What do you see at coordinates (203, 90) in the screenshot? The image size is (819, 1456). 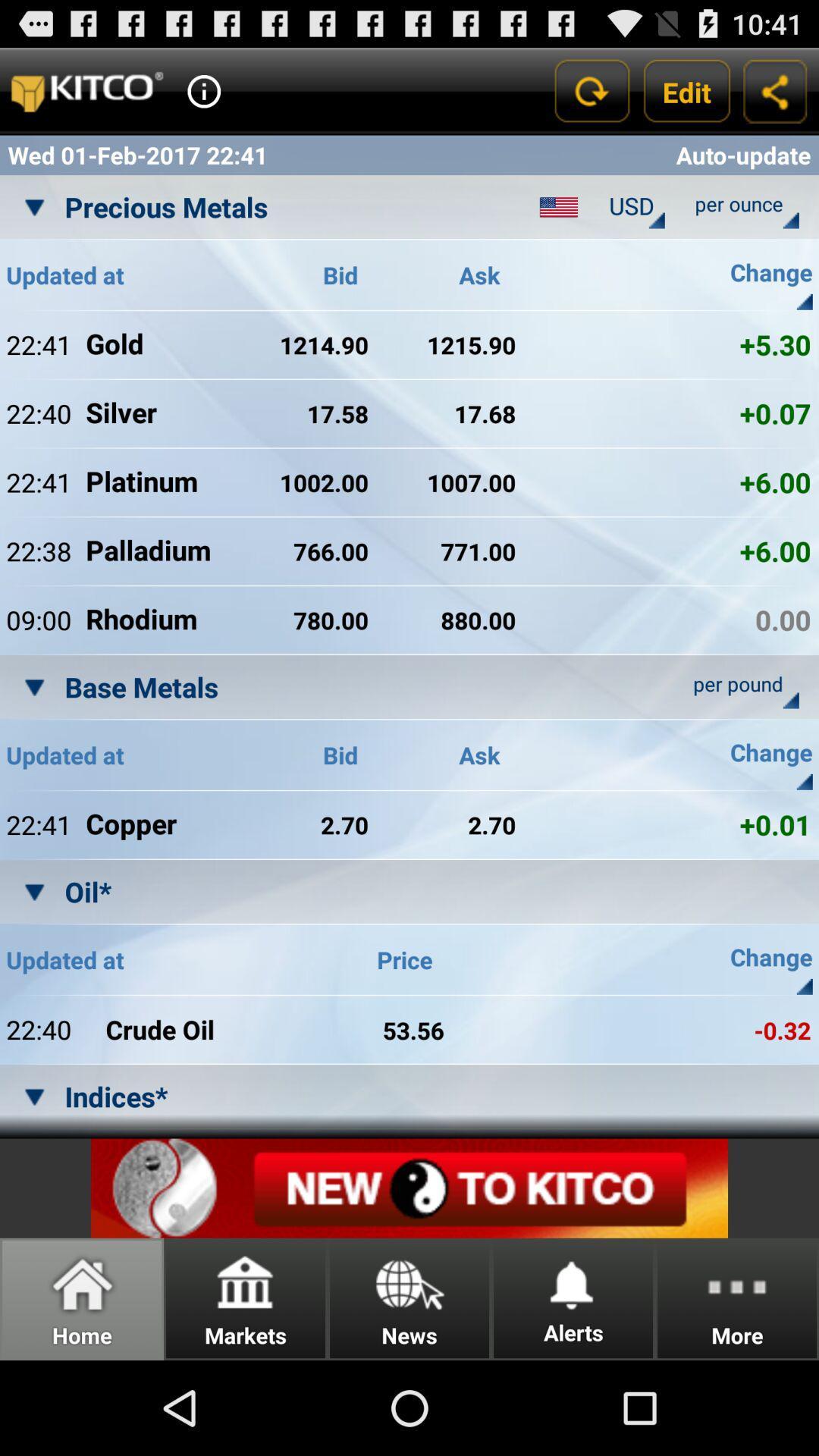 I see `the icon above the wed 01 feb app` at bounding box center [203, 90].